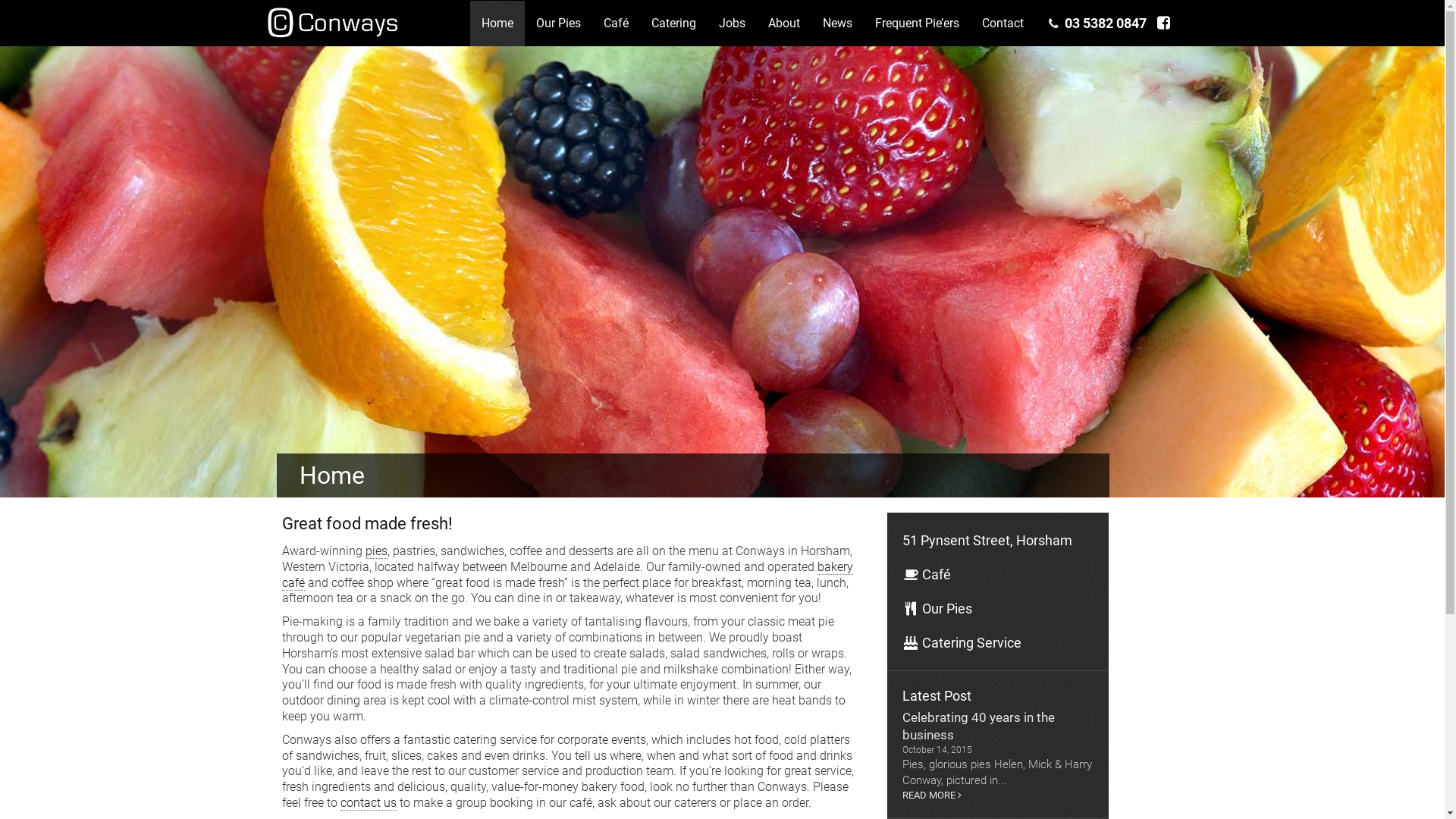 Image resolution: width=1456 pixels, height=819 pixels. What do you see at coordinates (368, 802) in the screenshot?
I see `'contact us'` at bounding box center [368, 802].